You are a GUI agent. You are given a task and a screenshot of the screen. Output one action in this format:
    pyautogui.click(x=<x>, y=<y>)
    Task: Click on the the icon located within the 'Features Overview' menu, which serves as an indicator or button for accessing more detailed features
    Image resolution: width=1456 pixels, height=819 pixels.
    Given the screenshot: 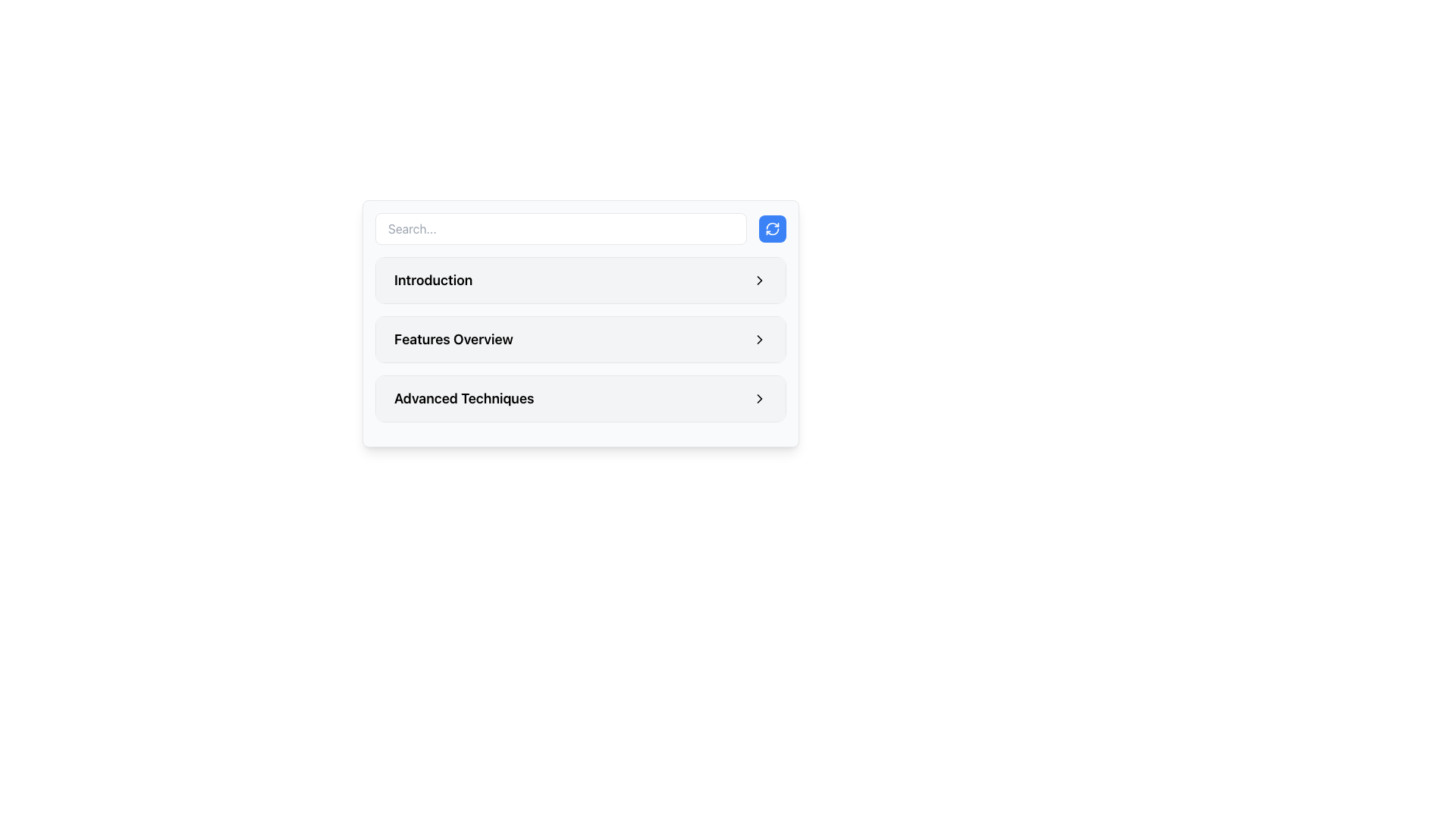 What is the action you would take?
    pyautogui.click(x=760, y=338)
    